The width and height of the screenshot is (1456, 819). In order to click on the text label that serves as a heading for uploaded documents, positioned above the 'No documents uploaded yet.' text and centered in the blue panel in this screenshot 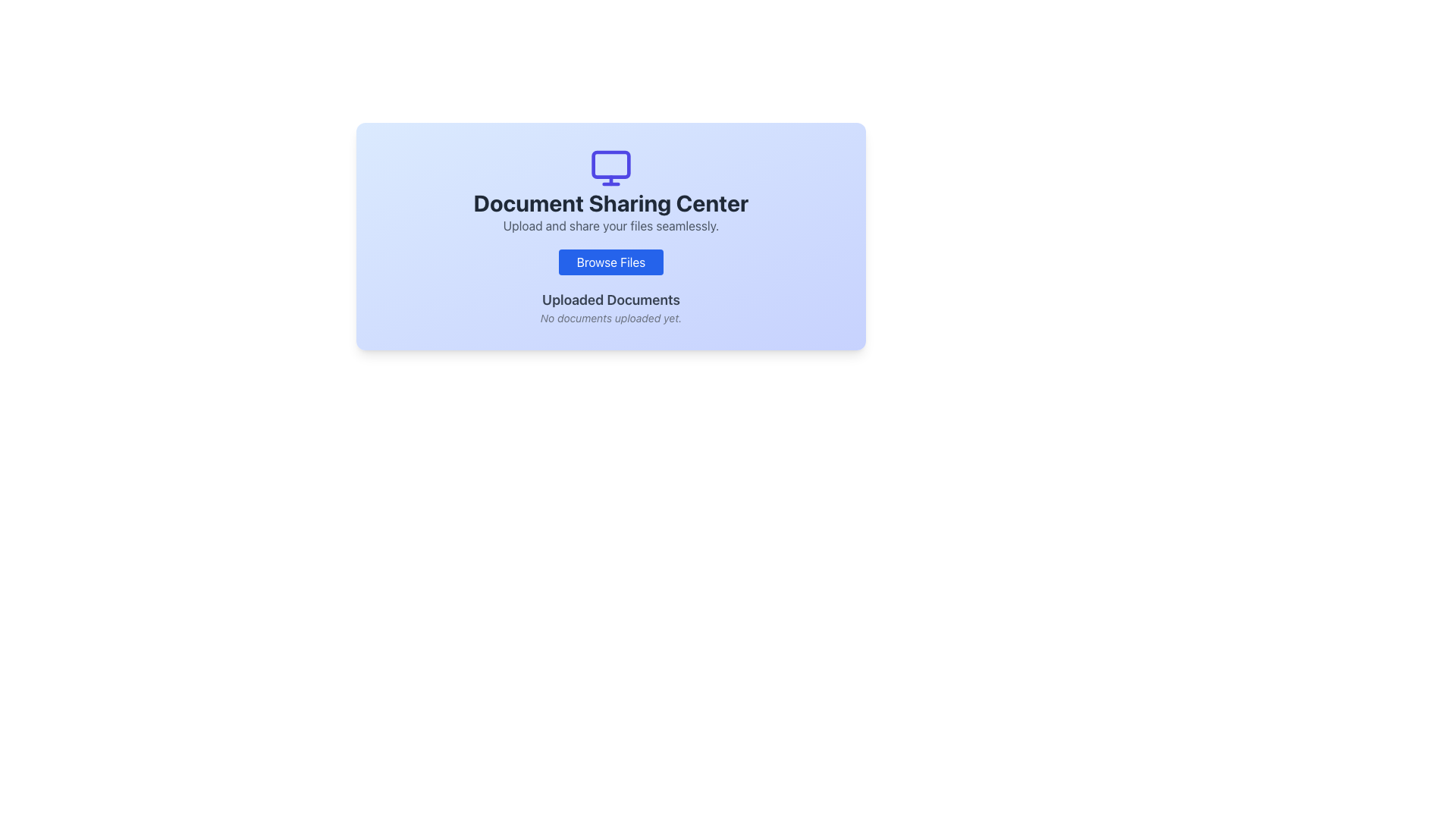, I will do `click(611, 300)`.